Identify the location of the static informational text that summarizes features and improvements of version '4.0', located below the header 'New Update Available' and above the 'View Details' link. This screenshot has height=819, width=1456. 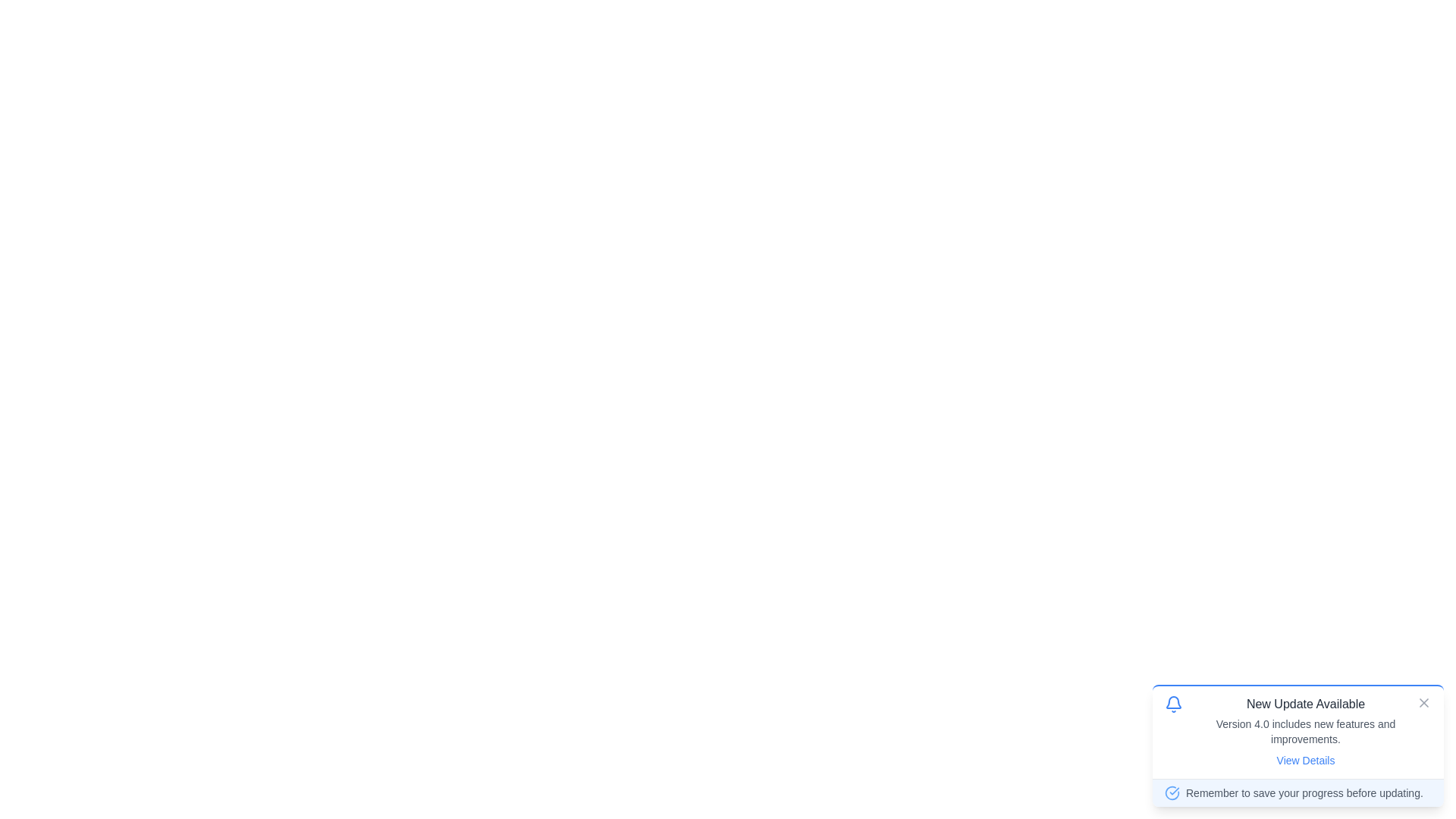
(1305, 730).